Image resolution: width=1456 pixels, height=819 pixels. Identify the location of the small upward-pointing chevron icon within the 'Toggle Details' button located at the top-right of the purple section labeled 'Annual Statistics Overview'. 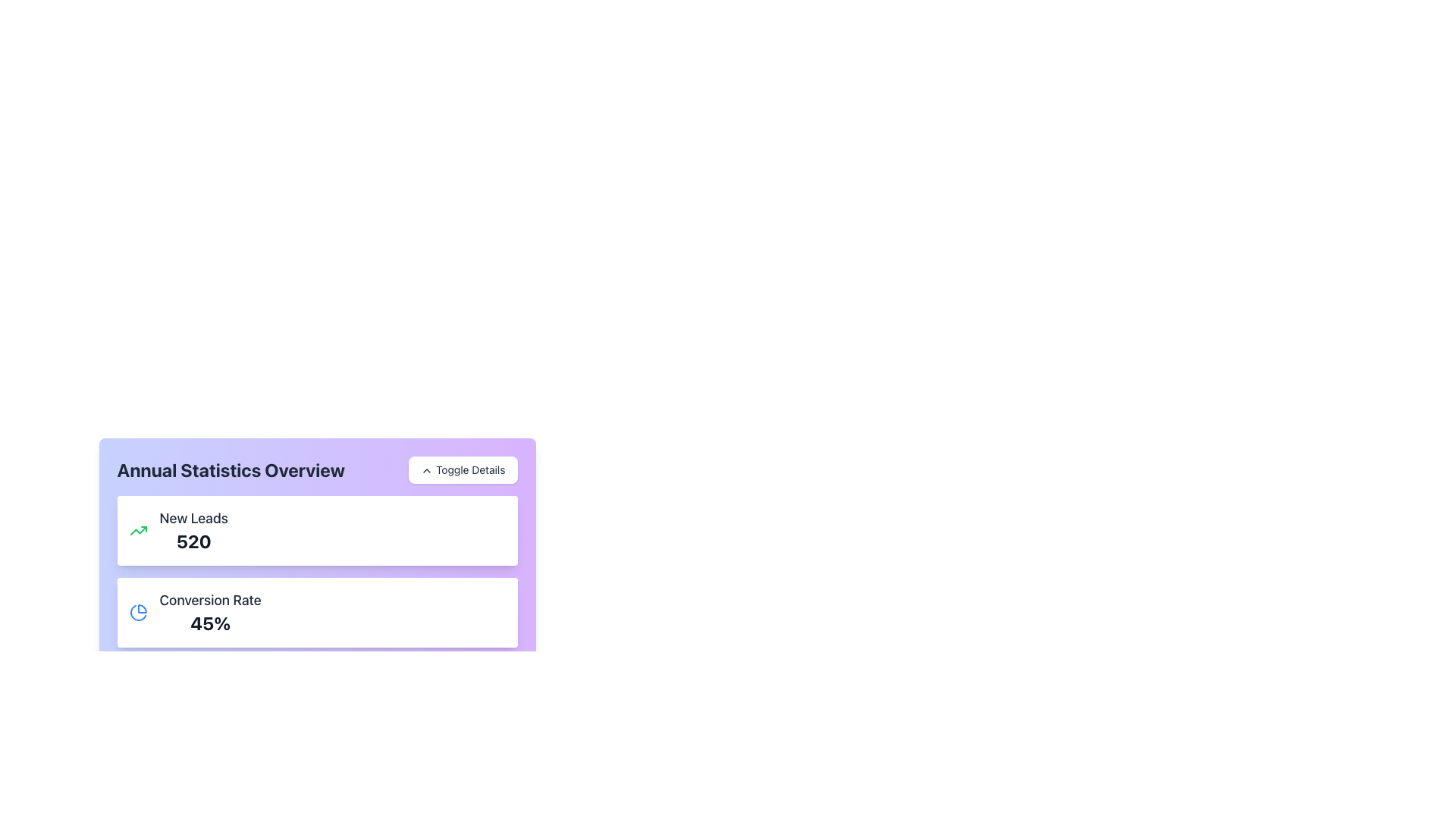
(426, 470).